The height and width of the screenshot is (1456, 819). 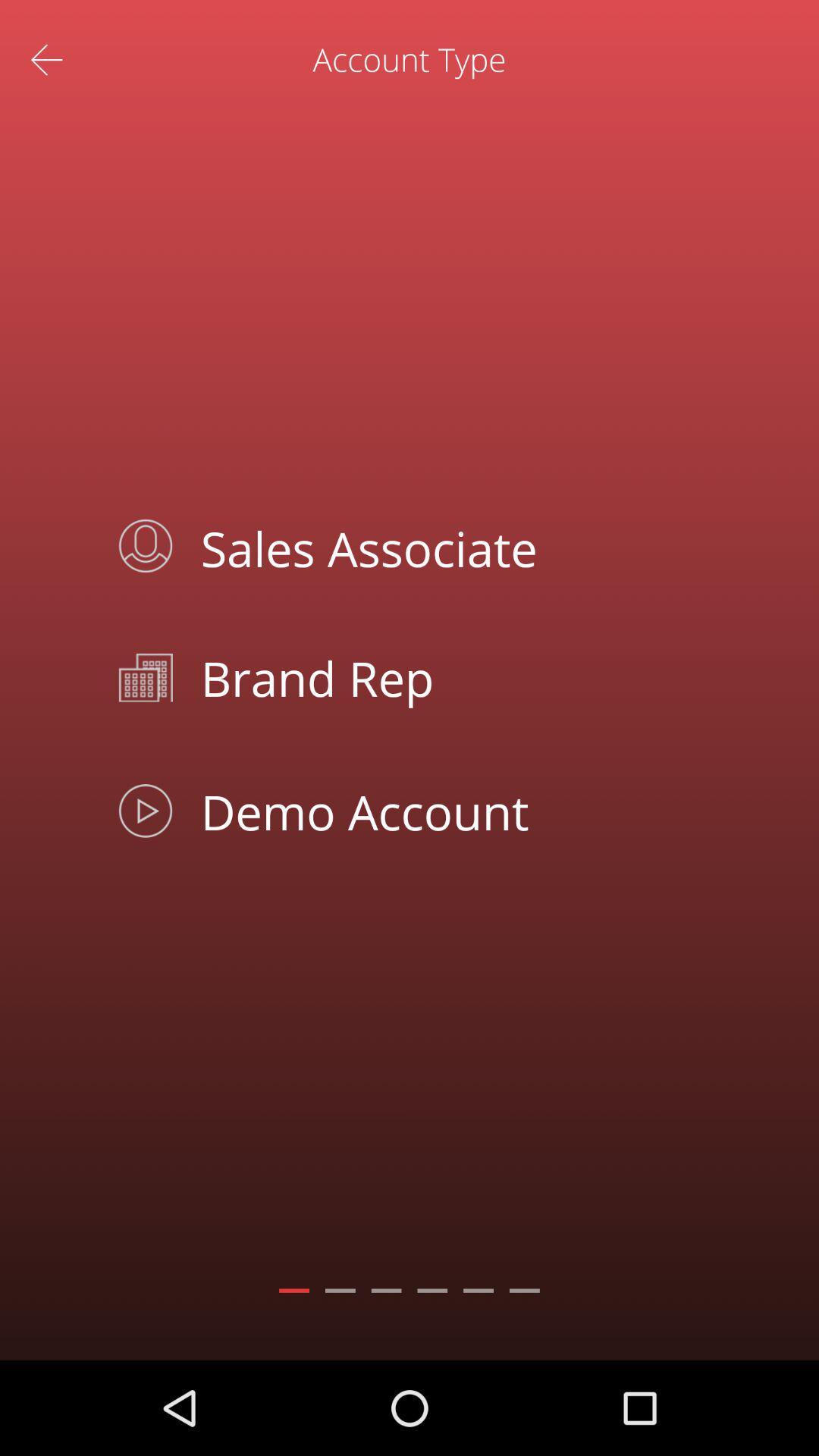 What do you see at coordinates (444, 676) in the screenshot?
I see `the item above demo account item` at bounding box center [444, 676].